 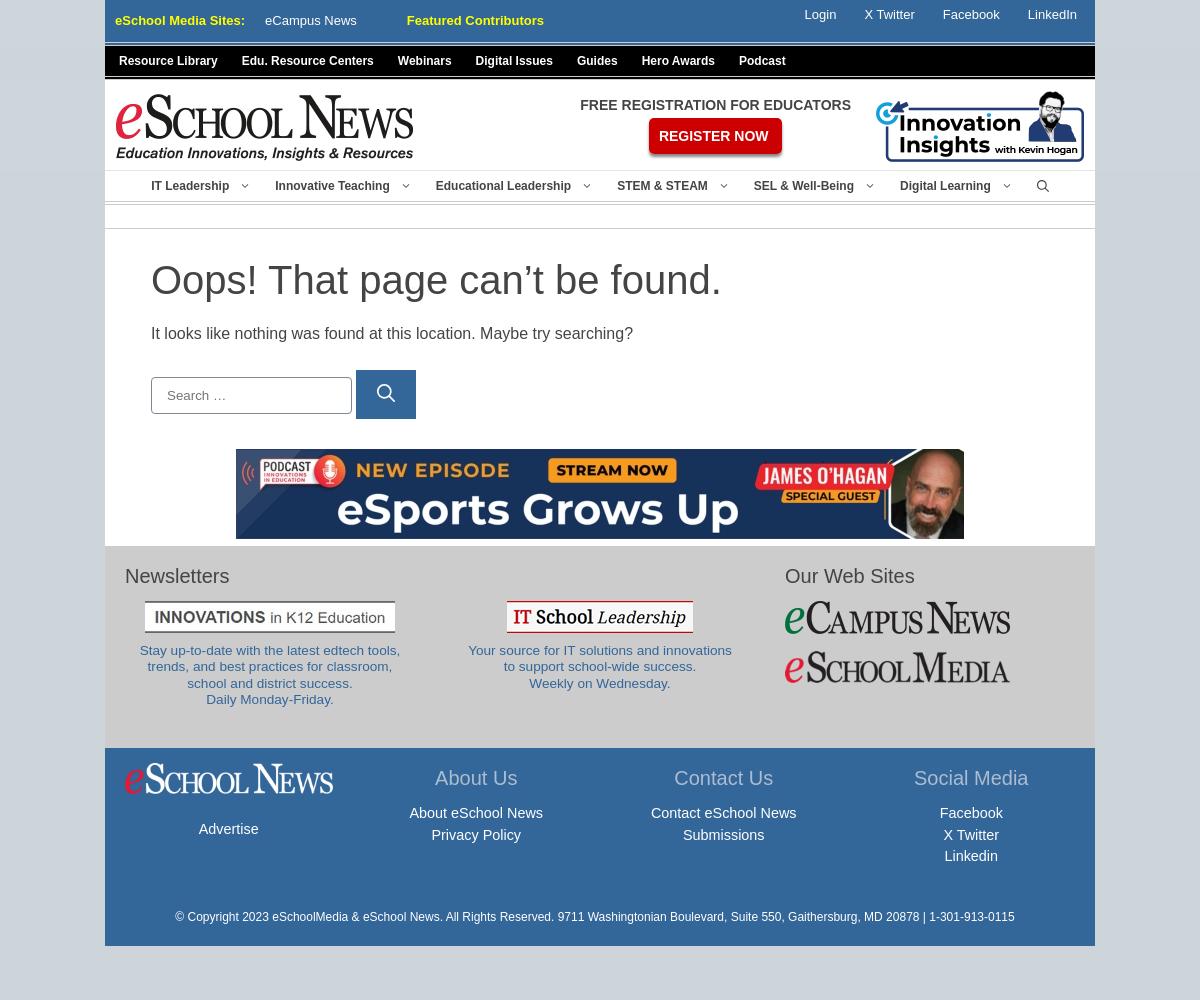 What do you see at coordinates (227, 828) in the screenshot?
I see `'Advertise'` at bounding box center [227, 828].